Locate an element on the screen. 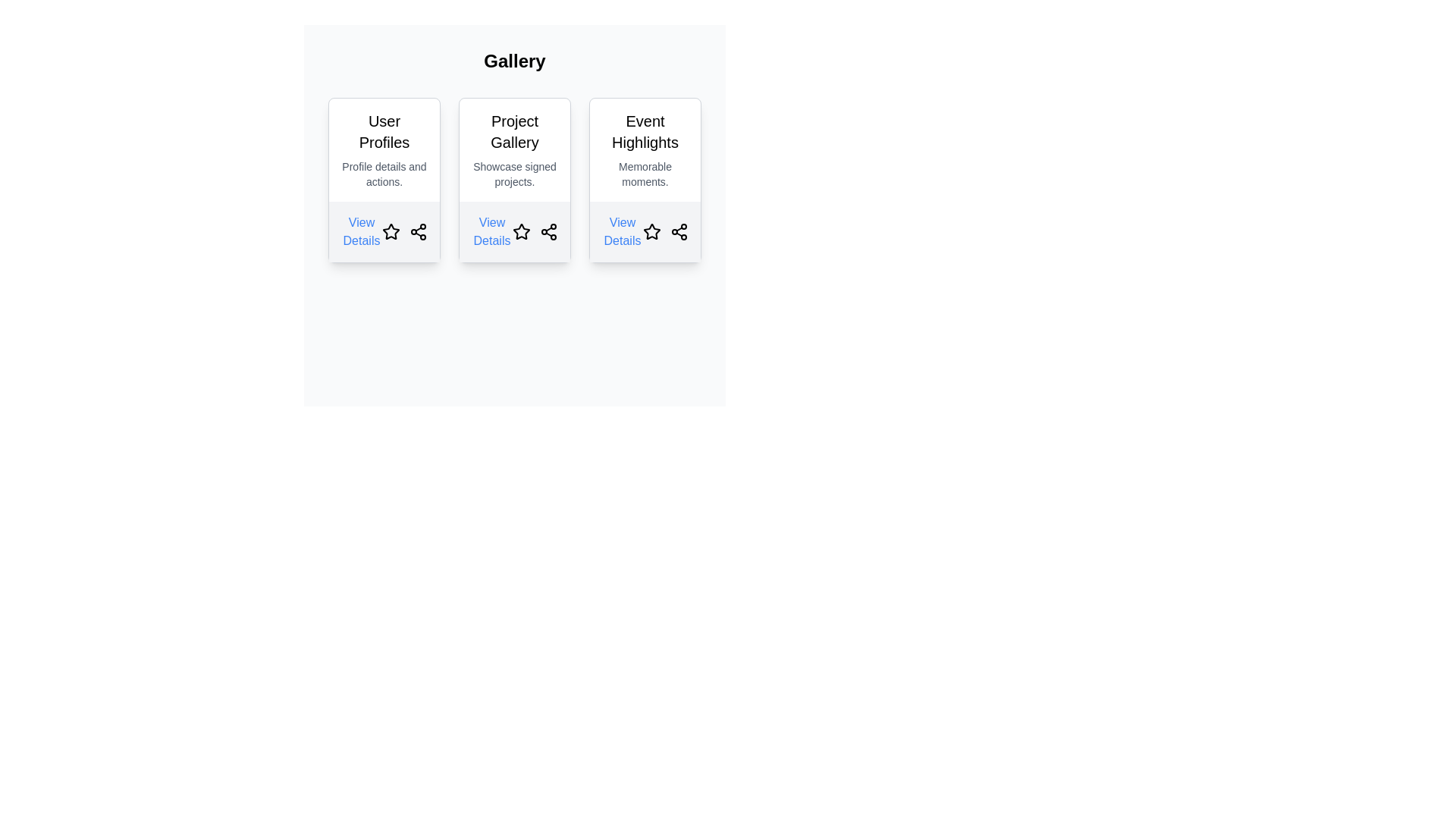 The width and height of the screenshot is (1456, 819). the text label positioned at the top-center of the middle card in a three-card layout, which serves as a title for the section below it is located at coordinates (514, 130).